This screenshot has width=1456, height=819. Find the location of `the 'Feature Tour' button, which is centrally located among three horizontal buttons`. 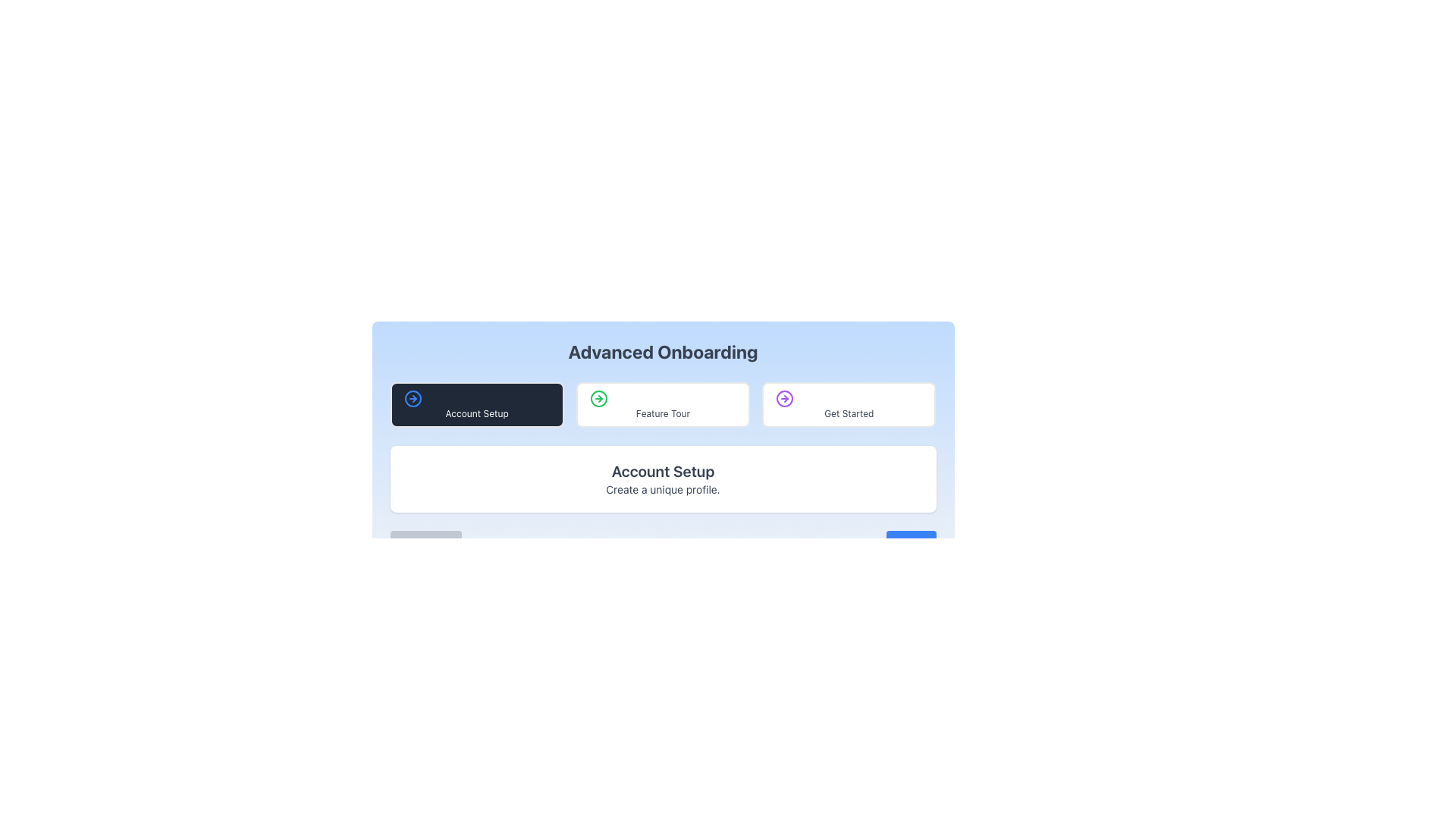

the 'Feature Tour' button, which is centrally located among three horizontal buttons is located at coordinates (663, 403).